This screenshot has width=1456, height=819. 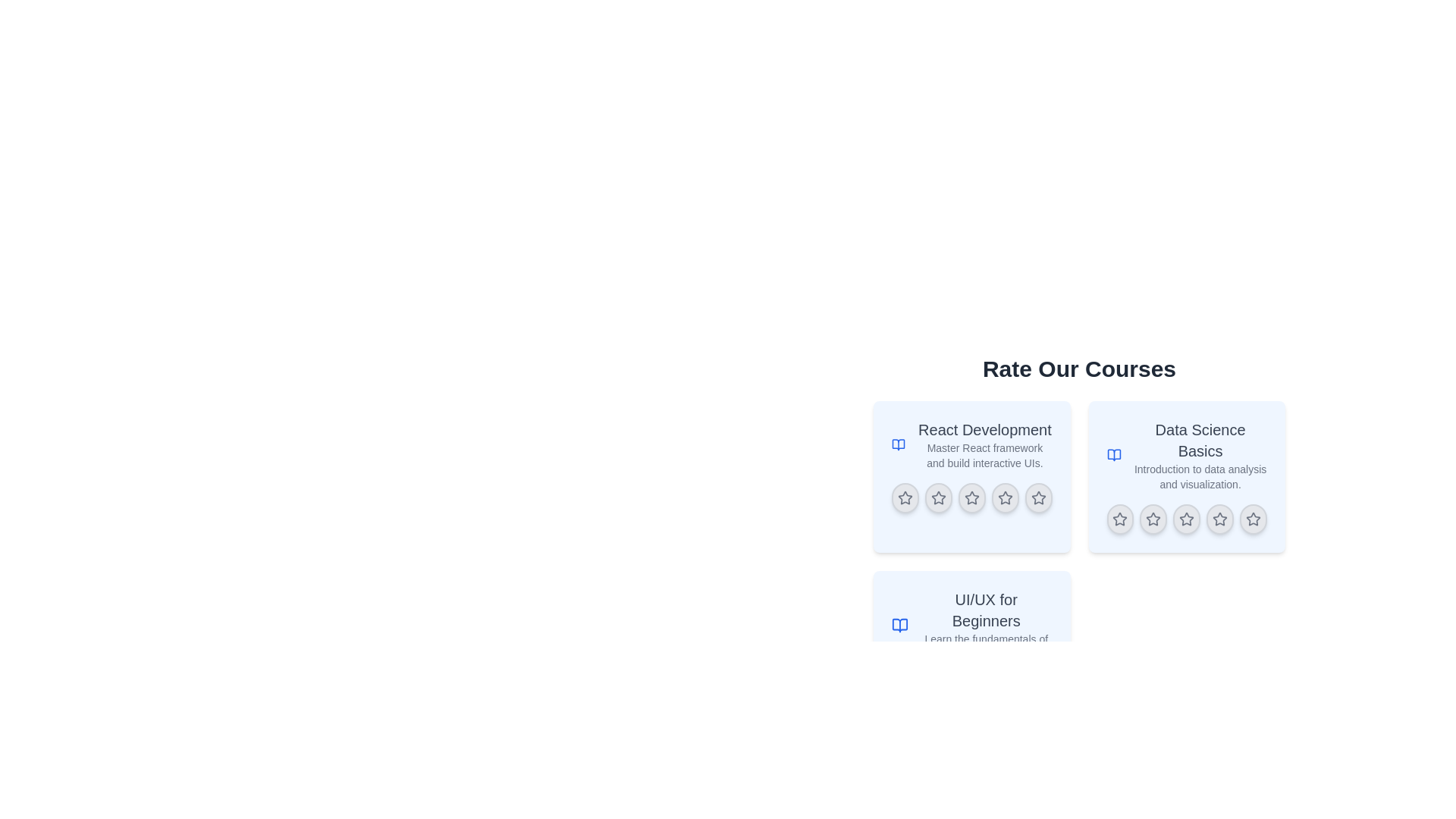 I want to click on the text section titled 'UI/UX for Beginners' which is centrally aligned within a light blue rectangular box, located in the bottom-left quadrant of the 'Rate Our Courses' section, so click(x=986, y=626).